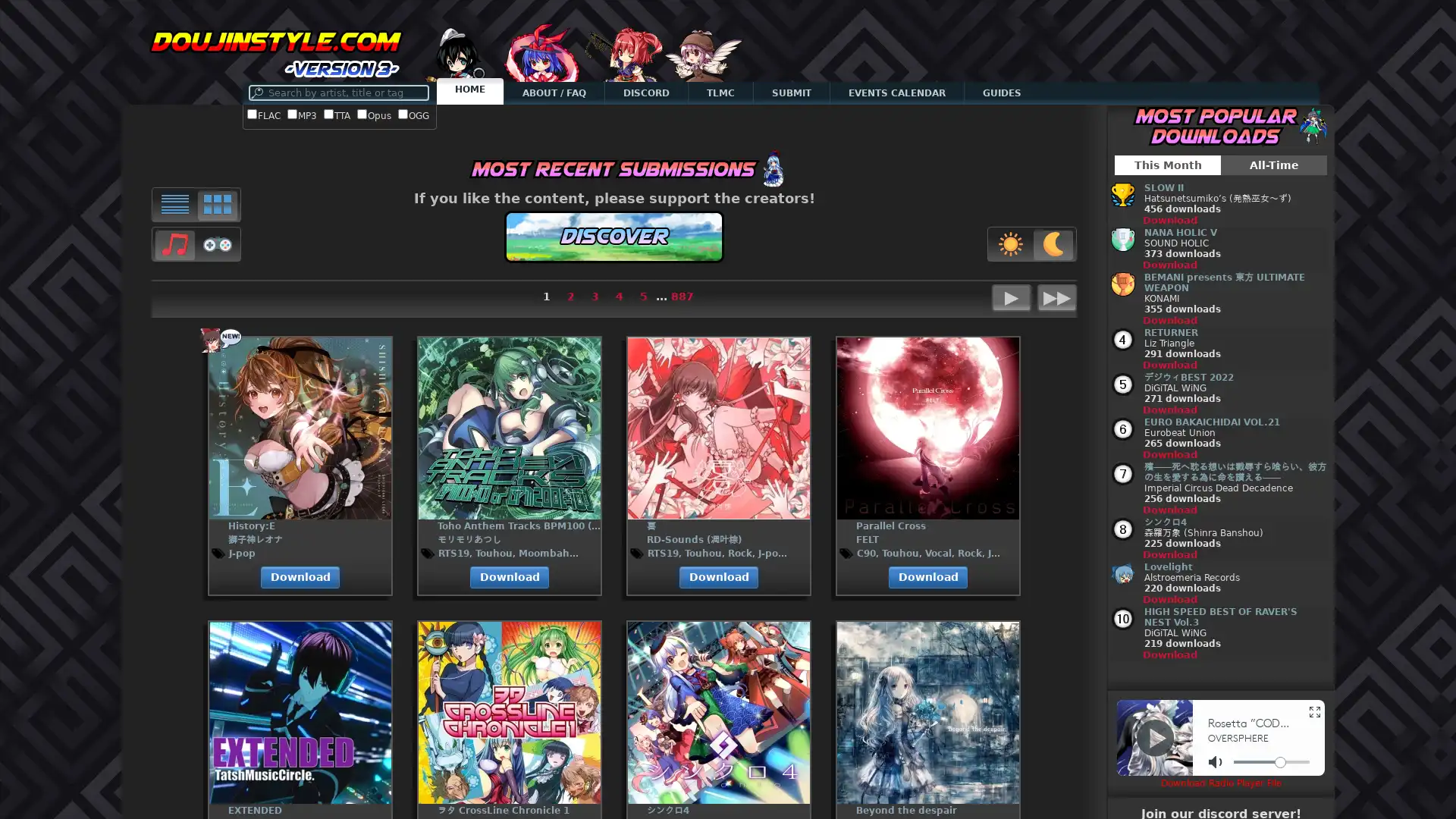 The height and width of the screenshot is (819, 1456). I want to click on Download, so click(1169, 510).